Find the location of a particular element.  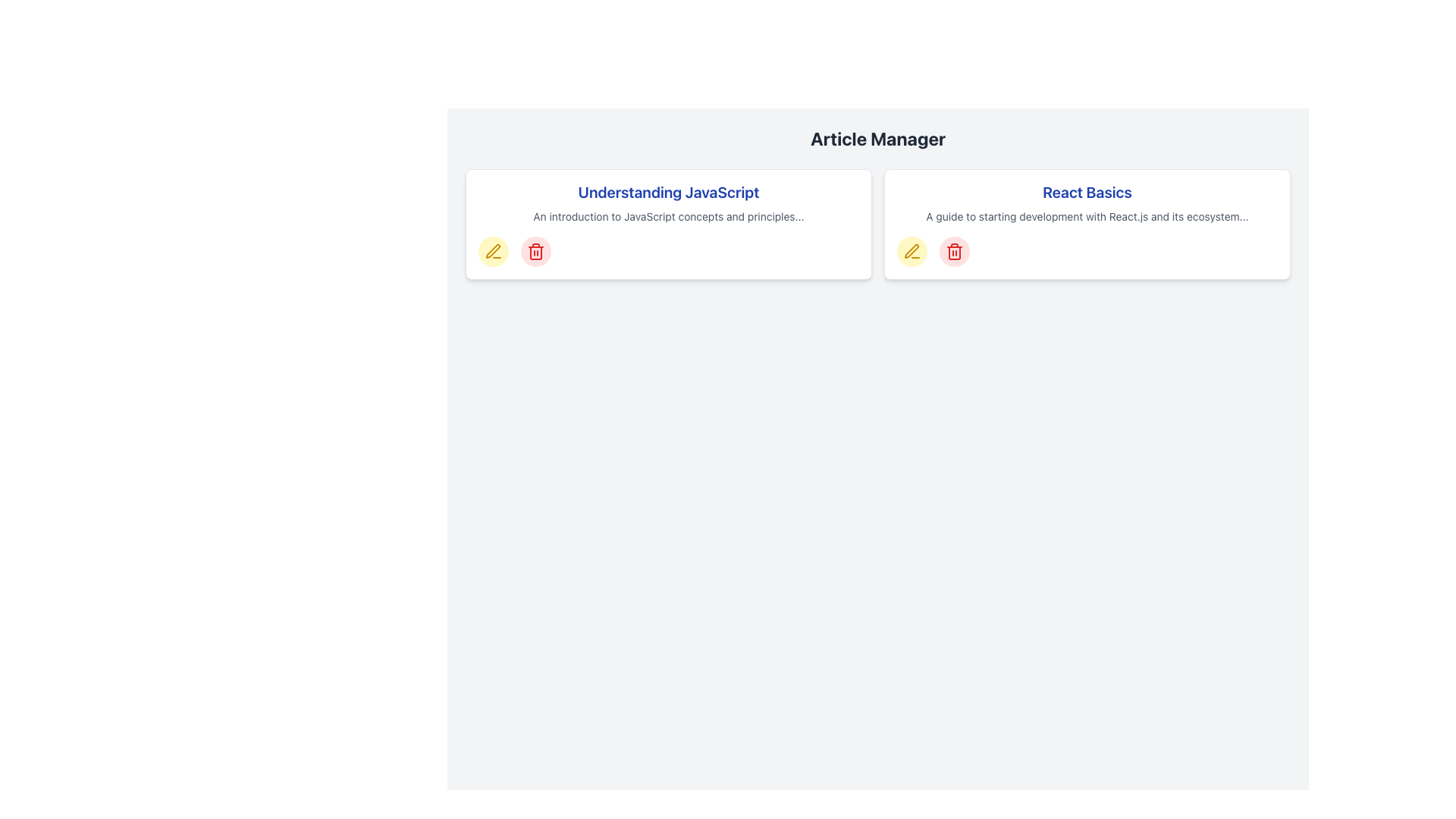

the delete icon located to the right of the yellow pencil icon in the actions section of the 'Understanding JavaScript' article card to initiate the deletion of this item is located at coordinates (535, 250).